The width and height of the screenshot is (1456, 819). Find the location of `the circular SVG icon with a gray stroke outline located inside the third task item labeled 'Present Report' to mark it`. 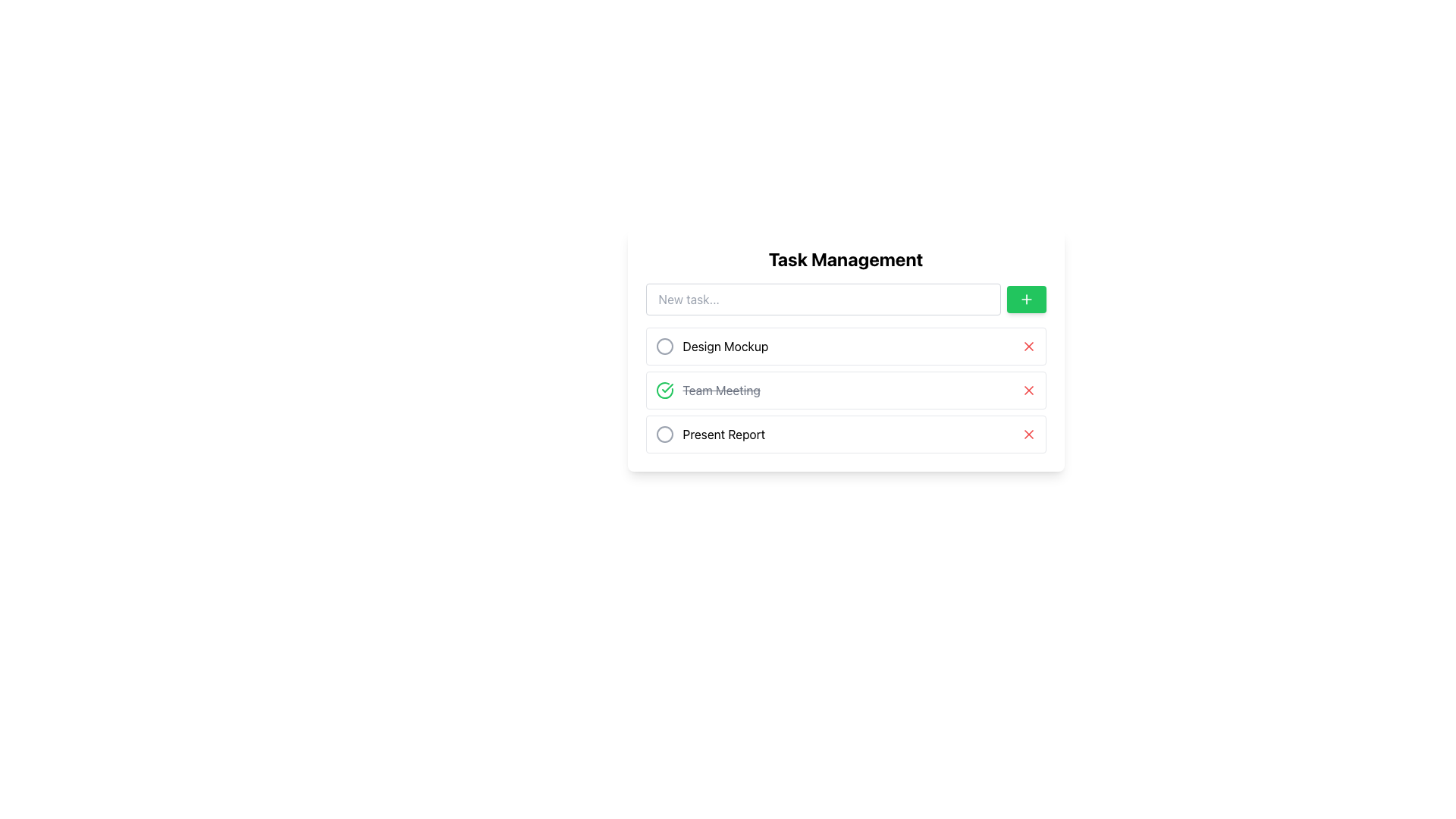

the circular SVG icon with a gray stroke outline located inside the third task item labeled 'Present Report' to mark it is located at coordinates (664, 435).